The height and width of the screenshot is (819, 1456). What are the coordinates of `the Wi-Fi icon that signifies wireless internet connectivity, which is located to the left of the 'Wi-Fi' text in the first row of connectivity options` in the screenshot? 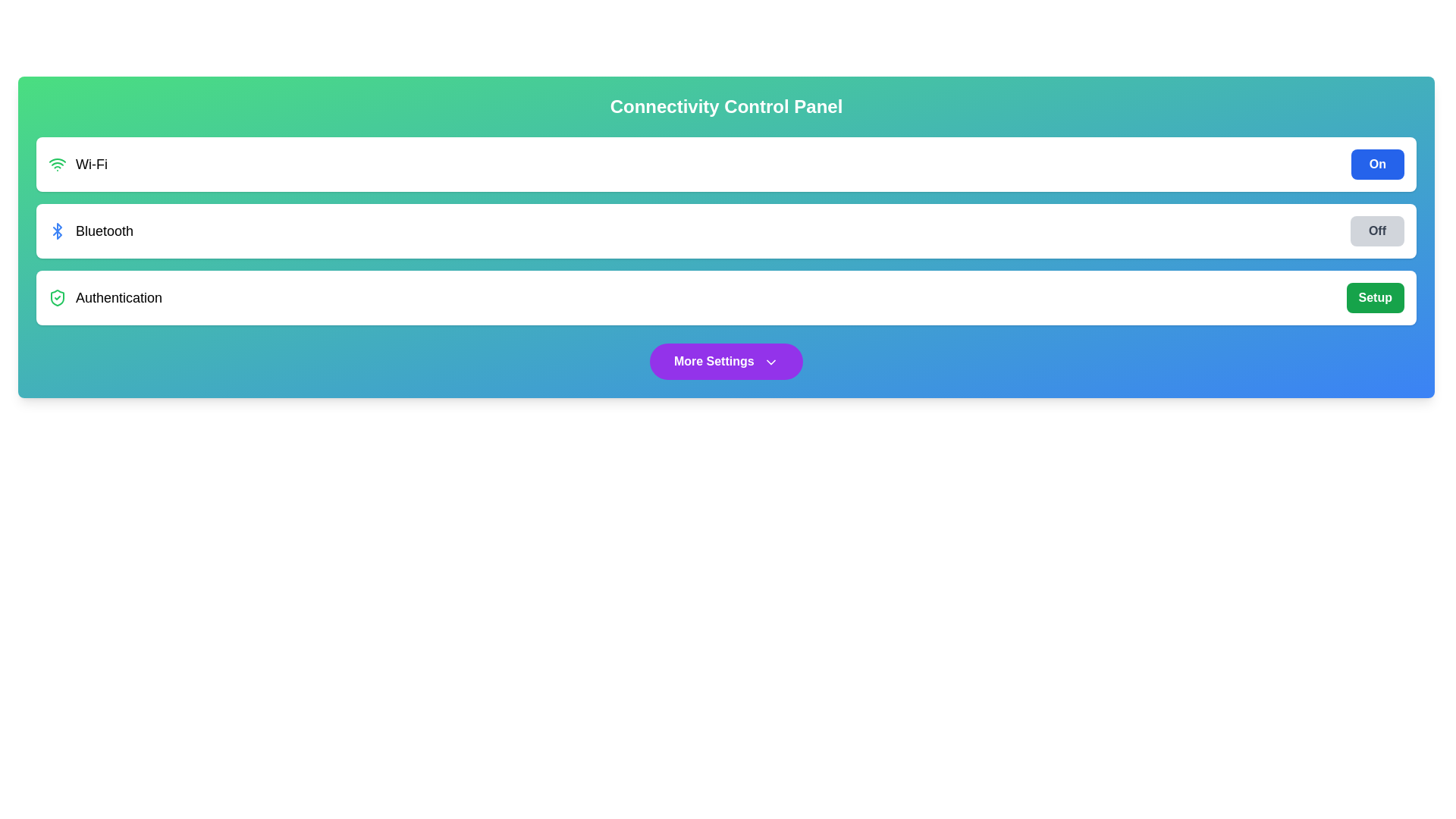 It's located at (58, 164).